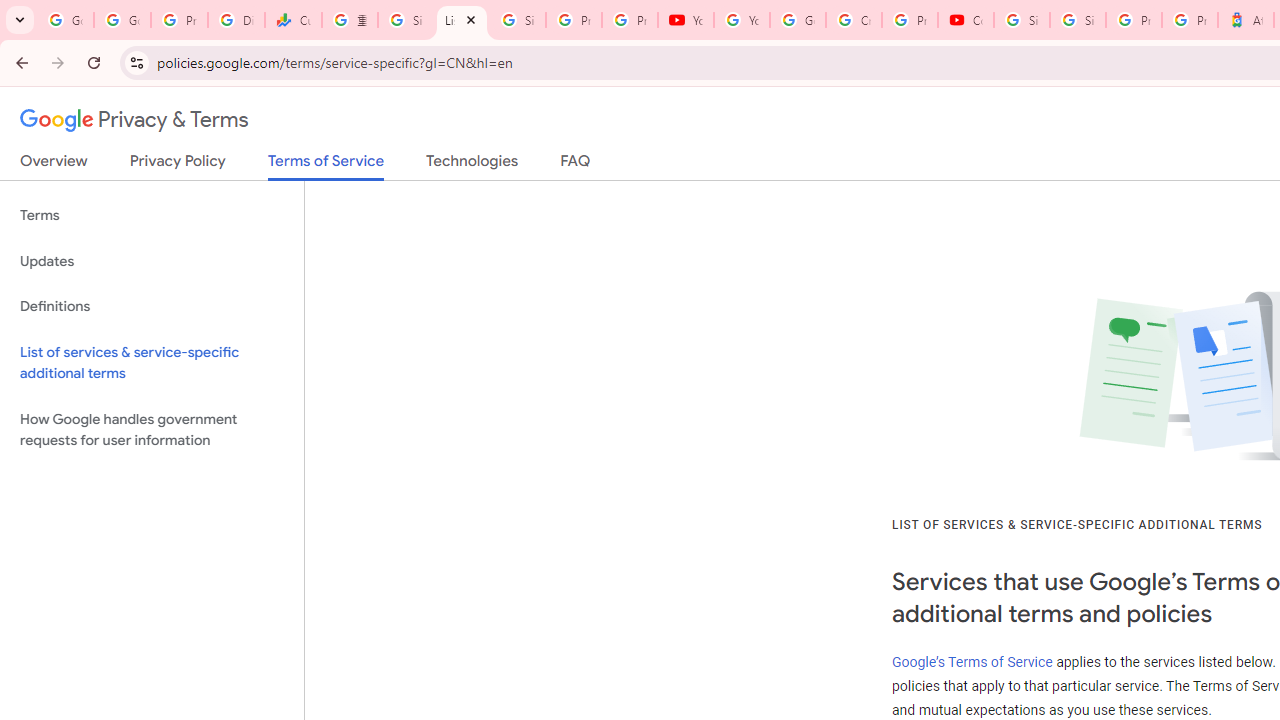  I want to click on 'Currencies - Google Finance', so click(292, 20).